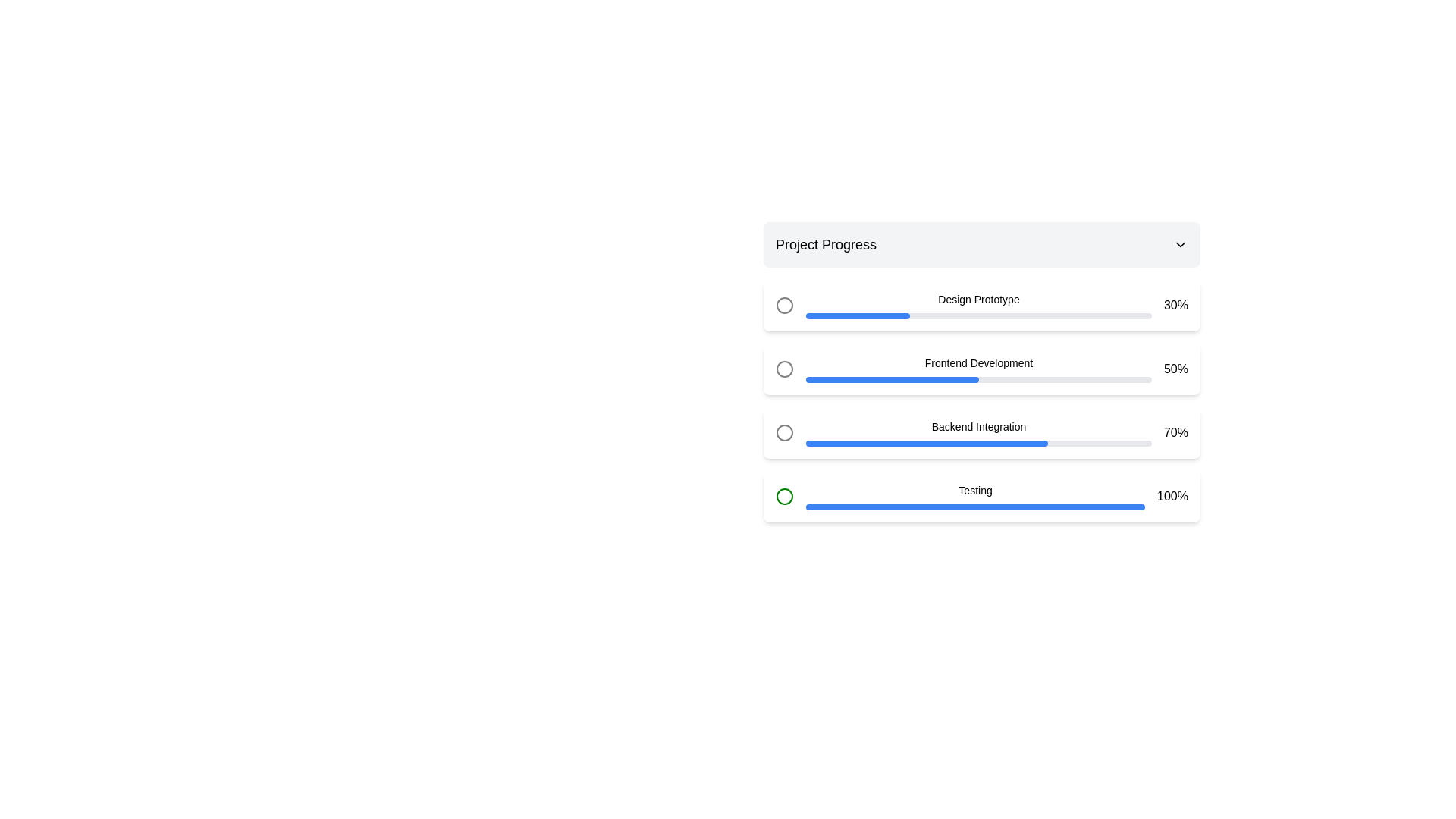 This screenshot has width=1456, height=819. What do you see at coordinates (785, 369) in the screenshot?
I see `the circular SVG element indicating 'Frontend Development' progress if it is interactive` at bounding box center [785, 369].